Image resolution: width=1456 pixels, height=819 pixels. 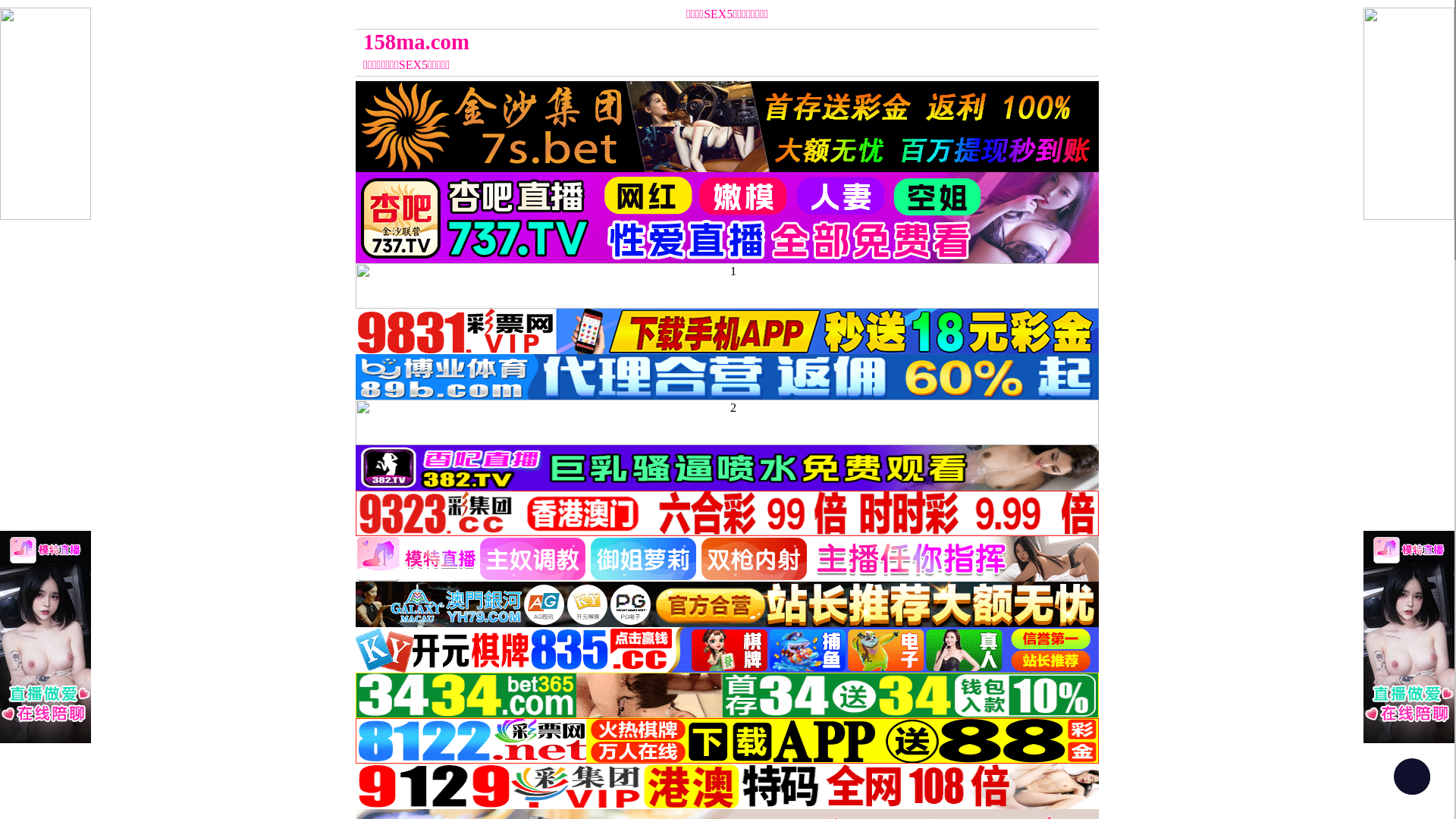 What do you see at coordinates (634, 41) in the screenshot?
I see `'158ma.com'` at bounding box center [634, 41].